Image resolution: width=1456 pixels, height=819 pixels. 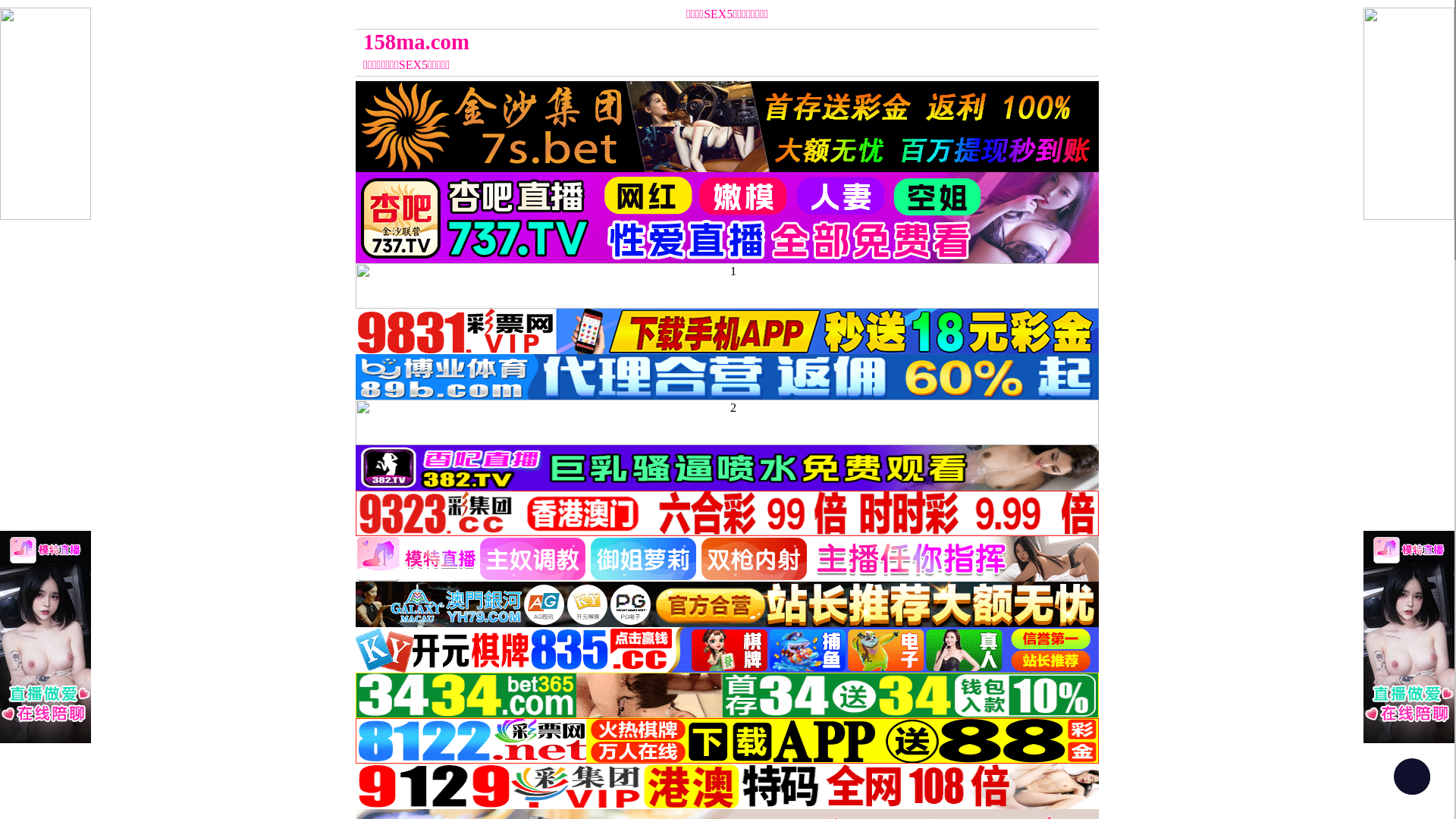 What do you see at coordinates (634, 41) in the screenshot?
I see `'158ma.com'` at bounding box center [634, 41].